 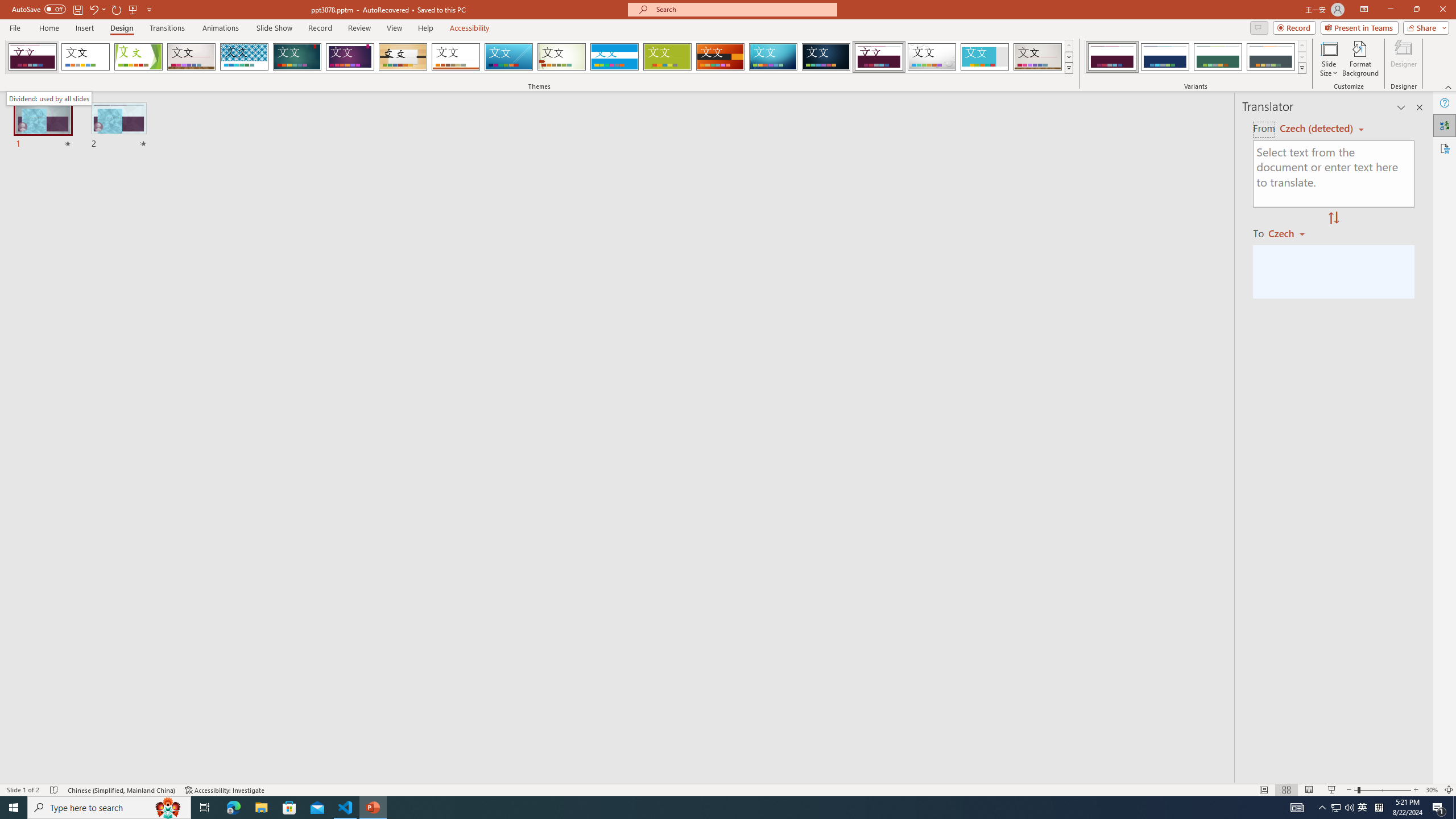 I want to click on 'Slice', so click(x=508, y=56).